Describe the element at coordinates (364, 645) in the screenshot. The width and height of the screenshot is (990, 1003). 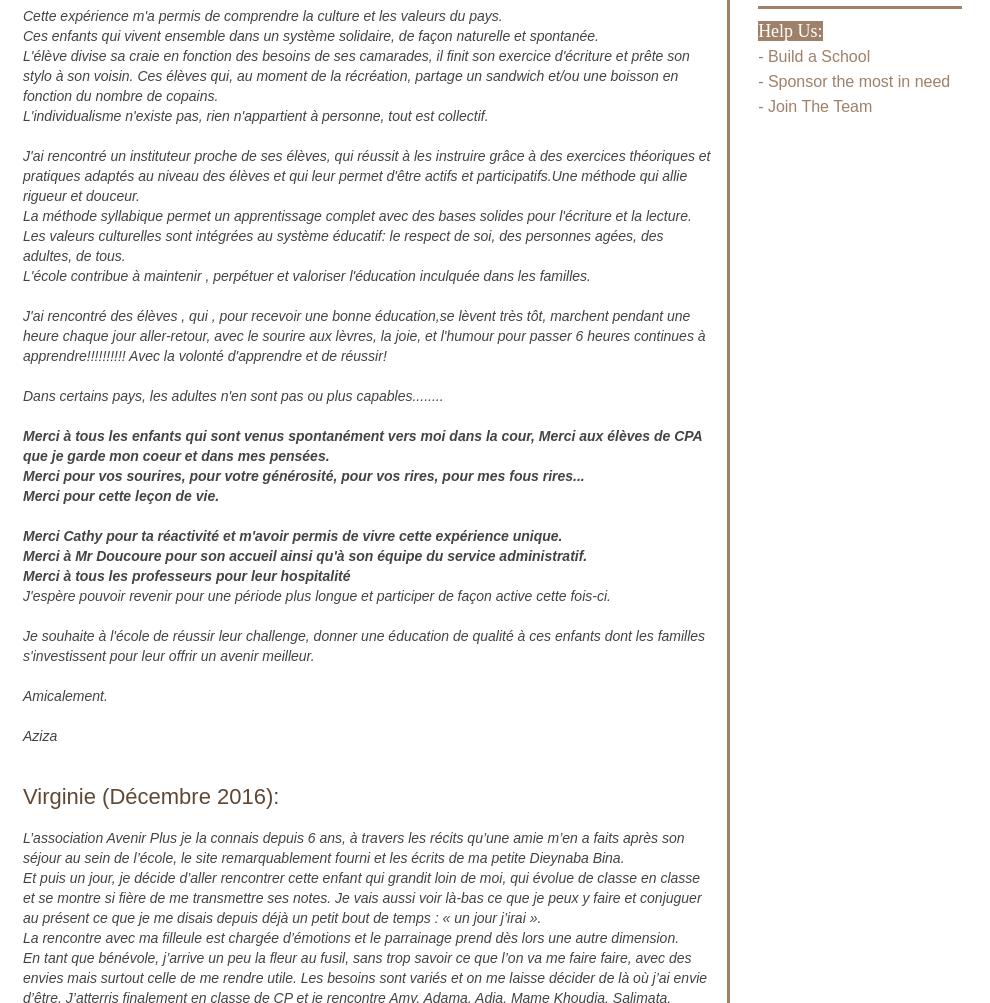
I see `'Je souhaite à l'école de réussir leur challenge, donner une éducation de qualité à ces enfants dont les familles s'investissent pour leur offrir un avenir meilleur.'` at that location.